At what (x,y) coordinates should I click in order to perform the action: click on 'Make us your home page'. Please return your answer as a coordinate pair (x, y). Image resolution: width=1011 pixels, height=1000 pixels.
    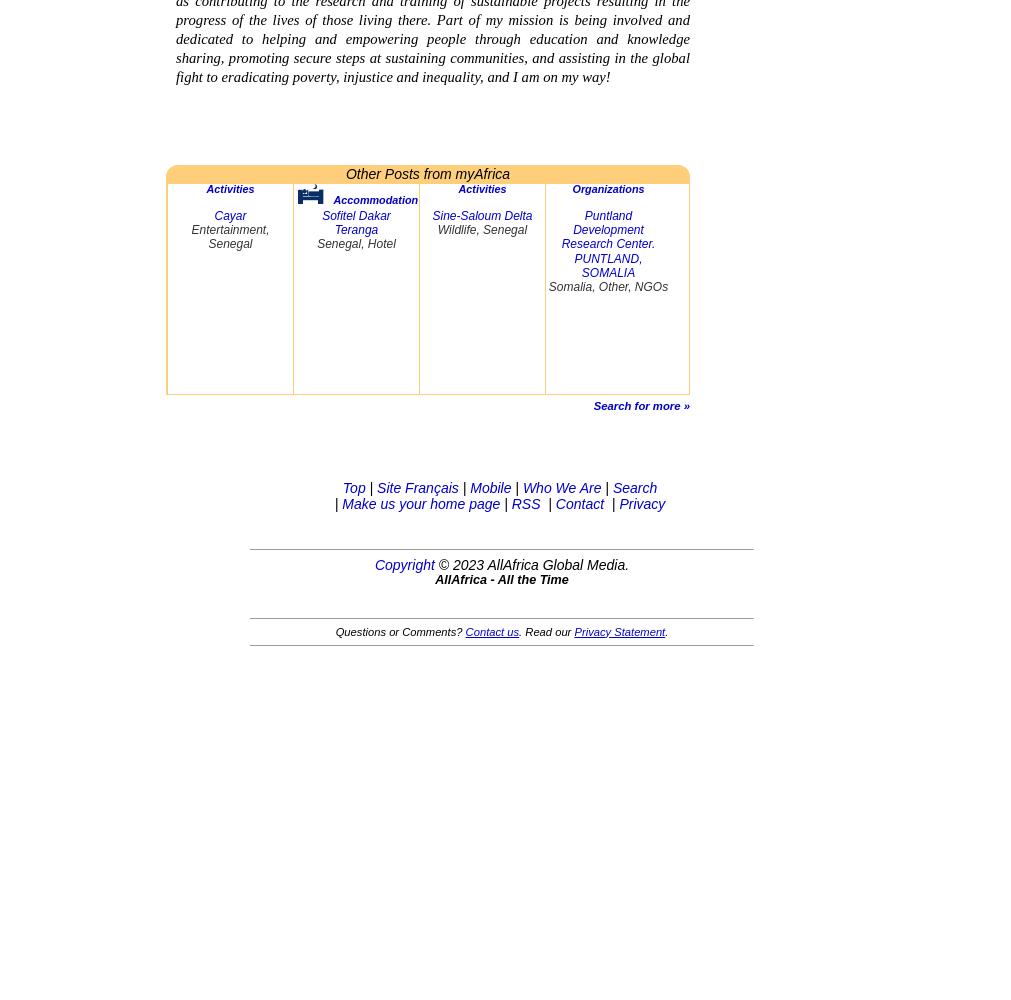
    Looking at the image, I should click on (419, 503).